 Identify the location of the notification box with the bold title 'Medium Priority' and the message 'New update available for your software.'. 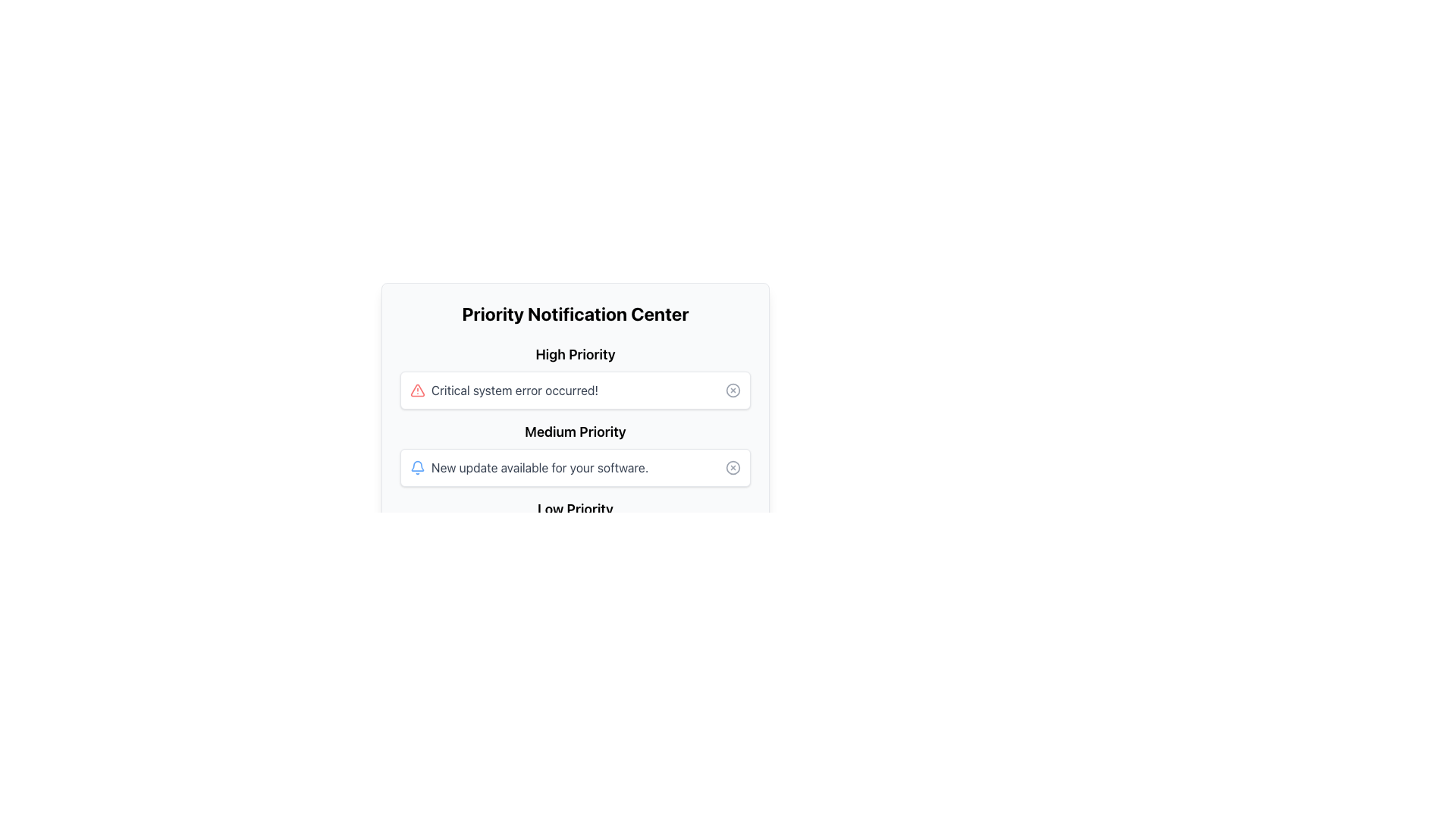
(574, 453).